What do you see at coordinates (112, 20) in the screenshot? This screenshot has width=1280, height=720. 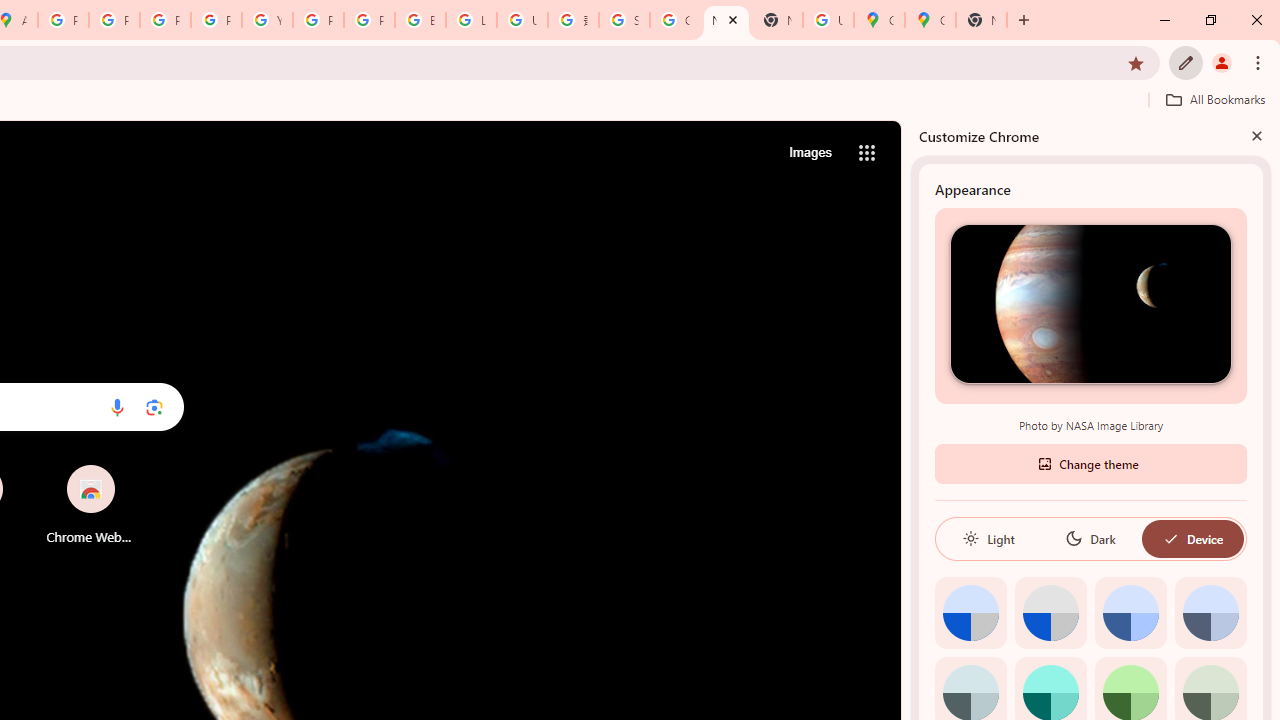 I see `'Privacy Help Center - Policies Help'` at bounding box center [112, 20].